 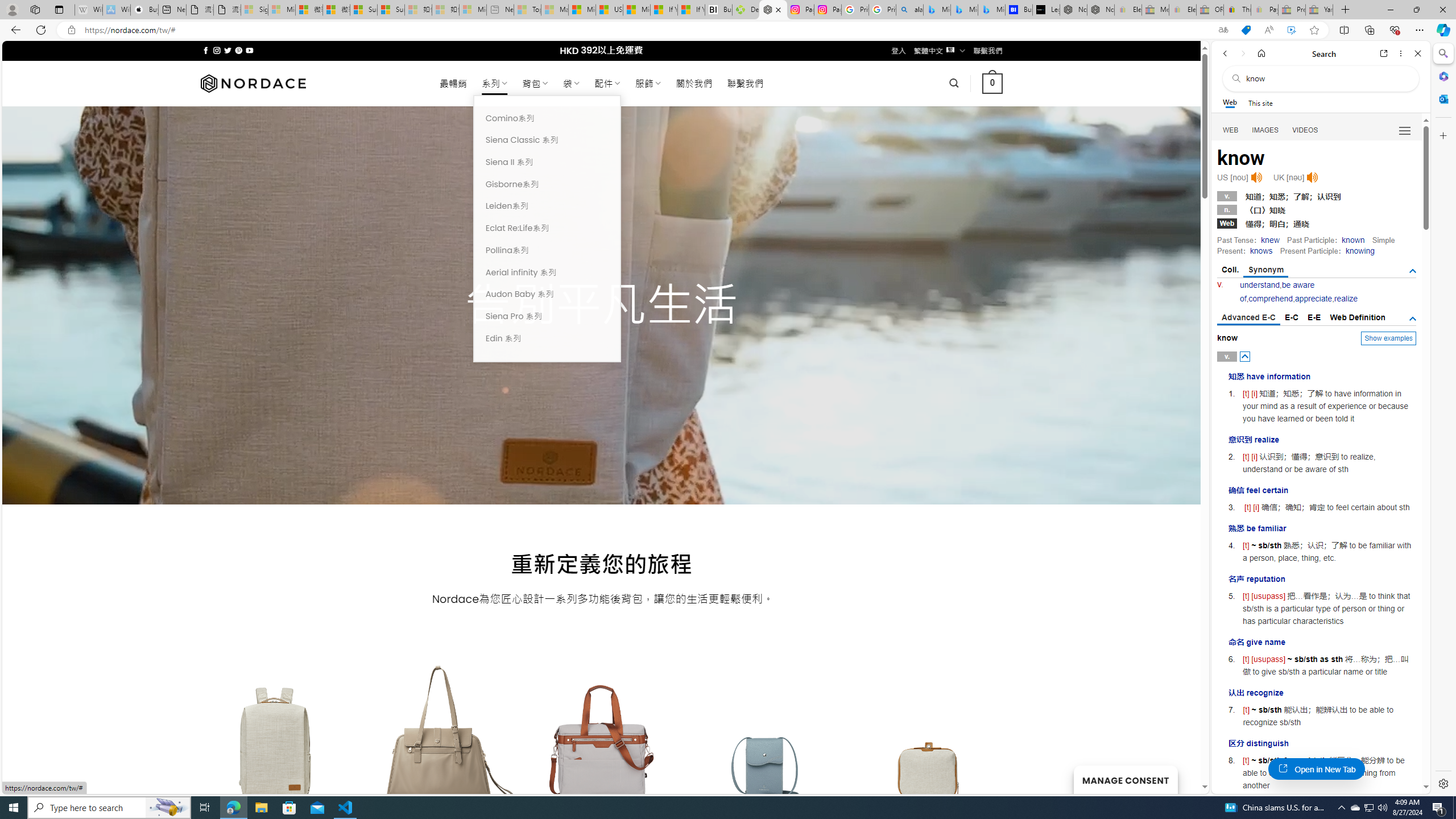 What do you see at coordinates (992, 82) in the screenshot?
I see `' 0 '` at bounding box center [992, 82].